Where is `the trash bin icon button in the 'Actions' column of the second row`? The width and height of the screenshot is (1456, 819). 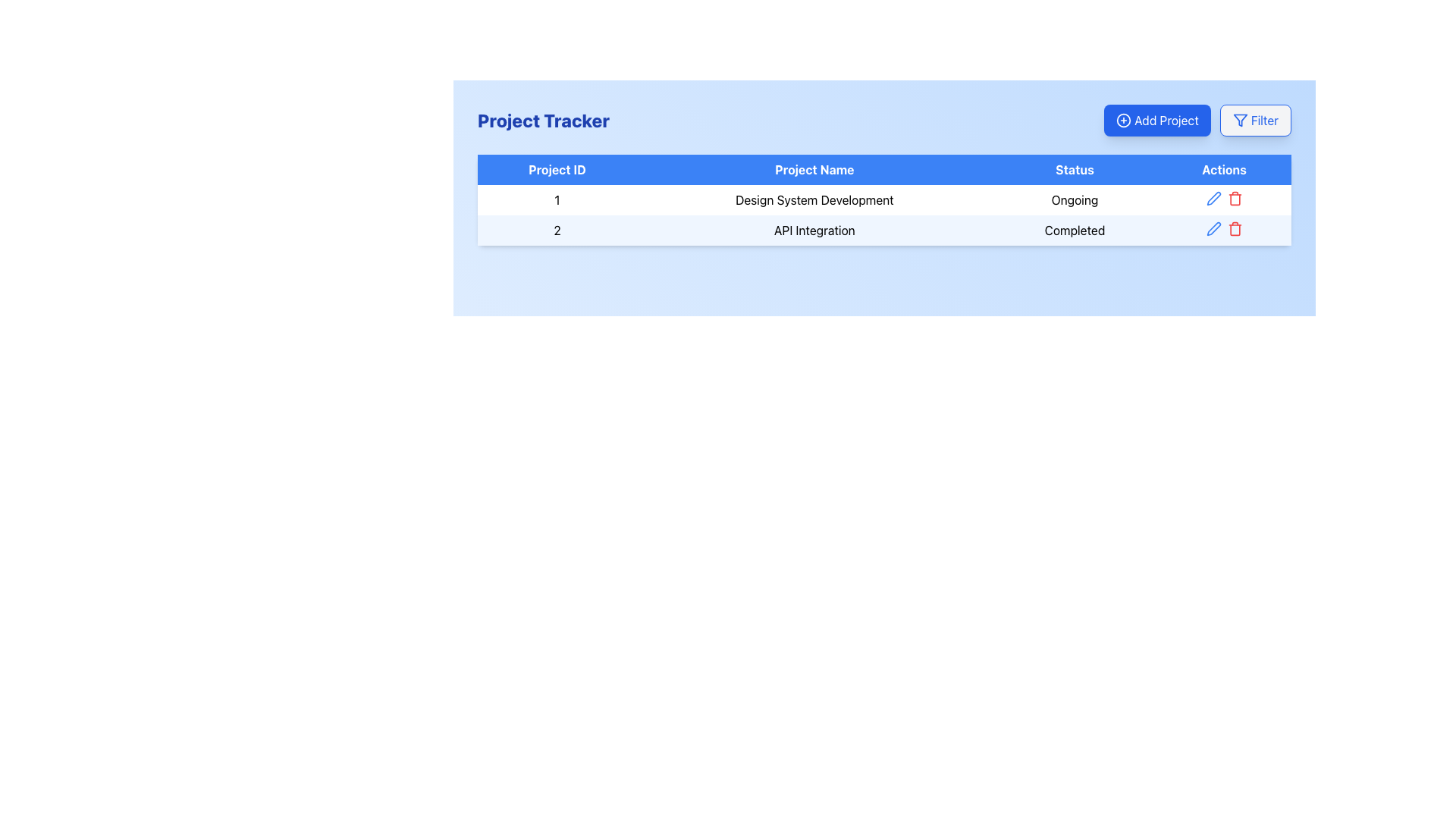
the trash bin icon button in the 'Actions' column of the second row is located at coordinates (1235, 228).